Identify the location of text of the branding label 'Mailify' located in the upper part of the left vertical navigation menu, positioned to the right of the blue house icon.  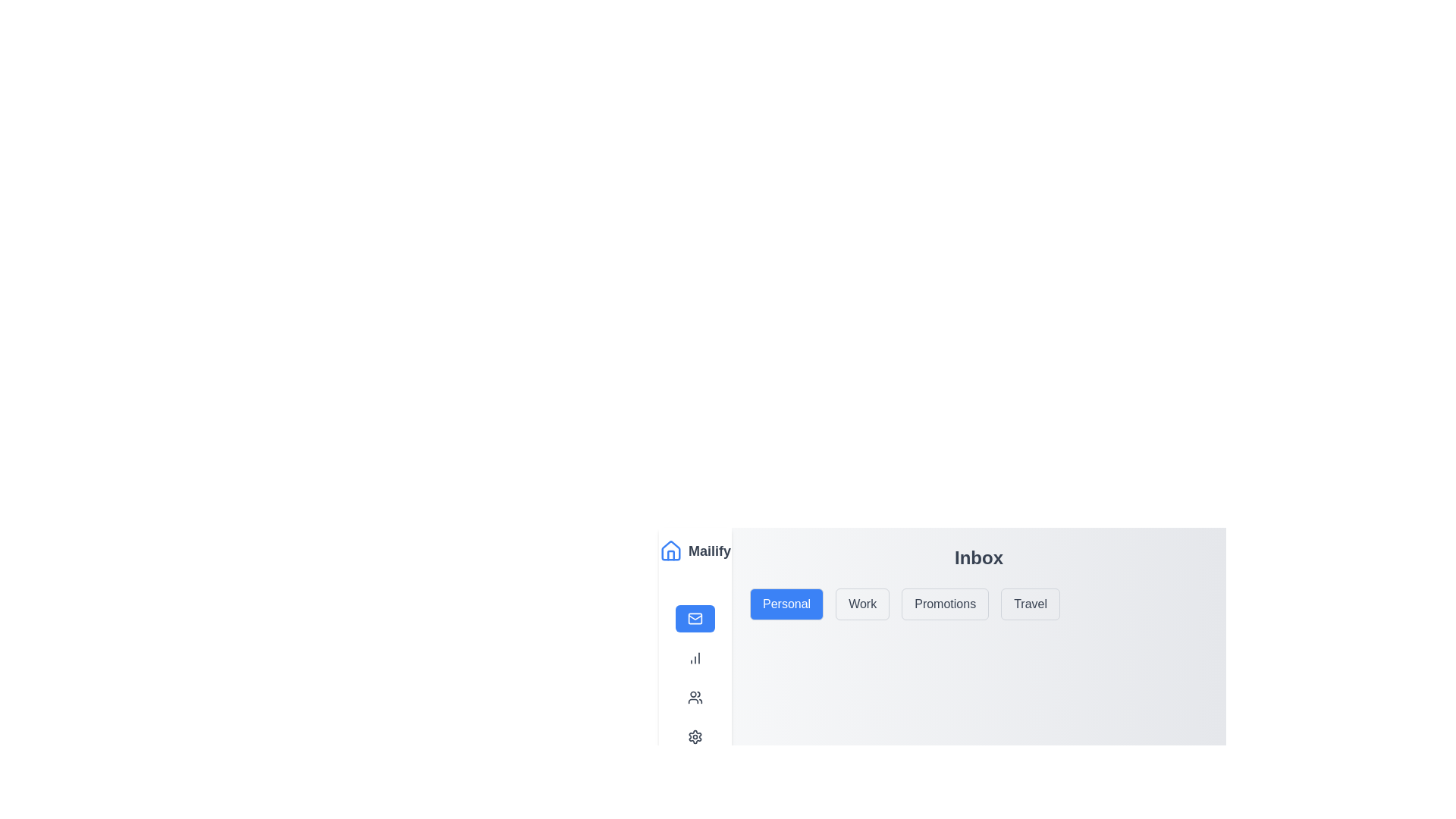
(709, 551).